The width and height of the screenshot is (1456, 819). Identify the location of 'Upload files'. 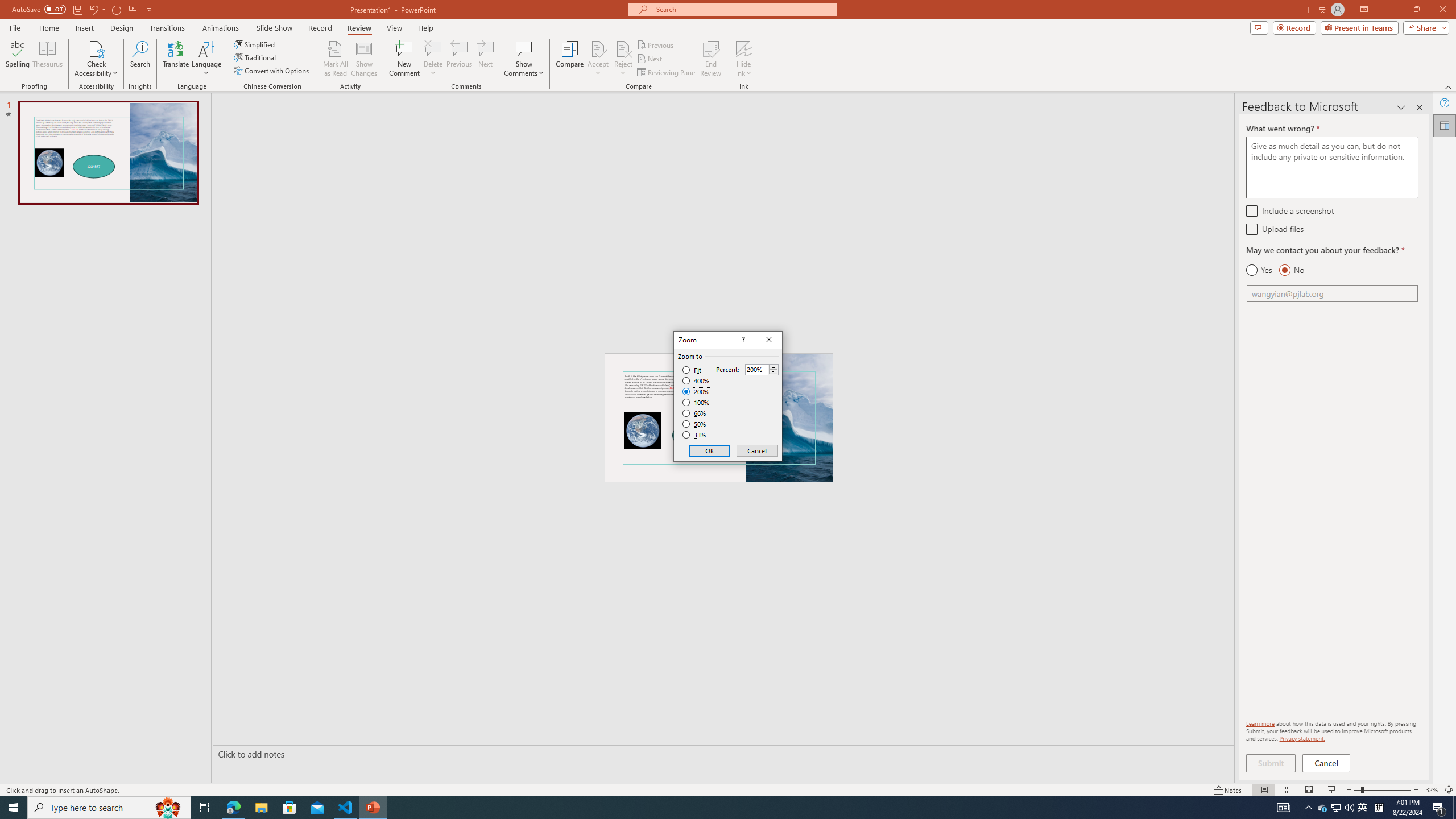
(1251, 229).